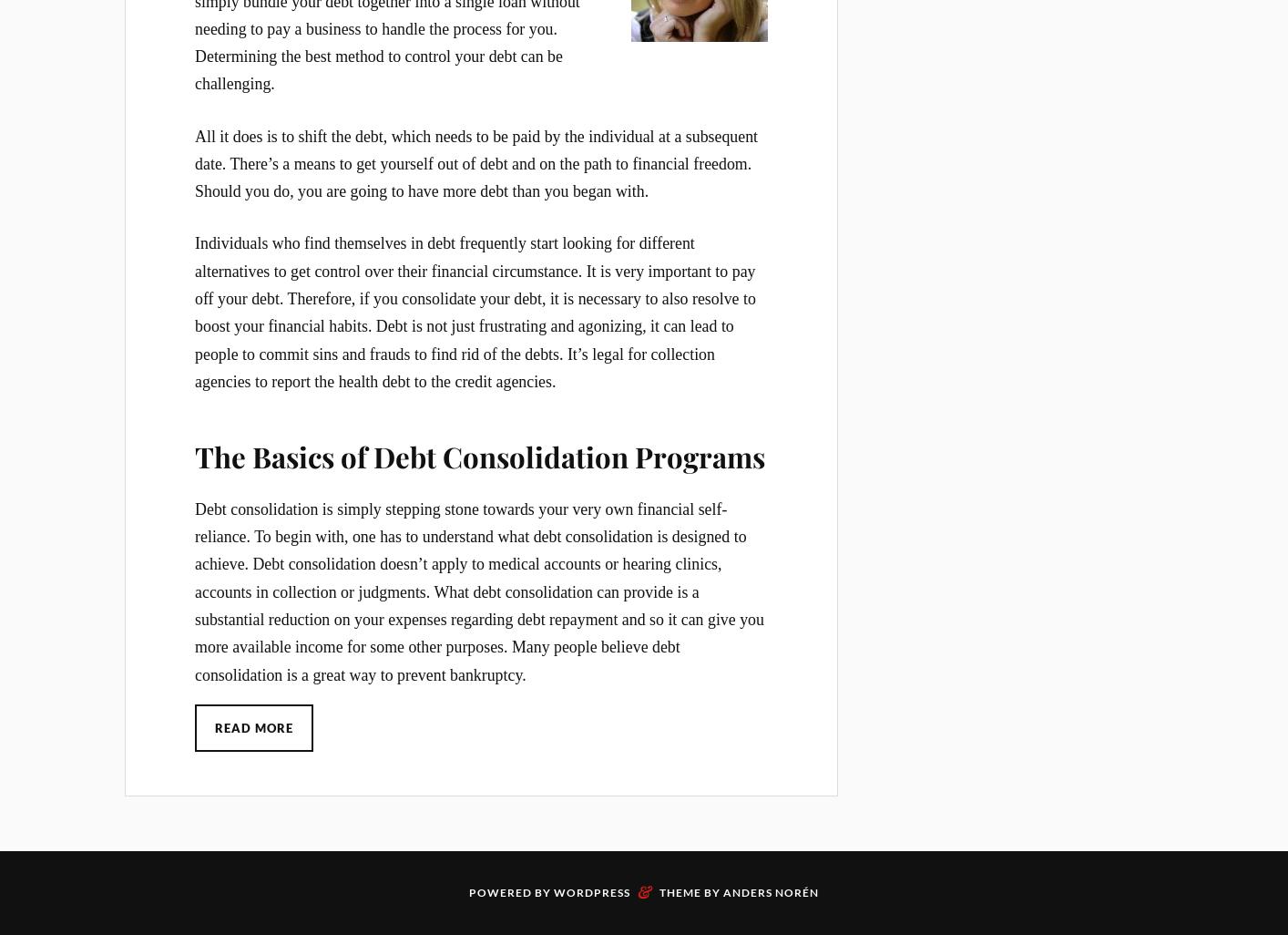 Image resolution: width=1288 pixels, height=935 pixels. What do you see at coordinates (478, 591) in the screenshot?
I see `'Debt consolidation is simply stepping stone towards your very own financial self-reliance. To begin with, one has to understand what debt consolidation is designed to achieve. Debt consolidation doesn’t apply to medical accounts or hearing clinics, accounts in collection or judgments. What debt consolidation can provide is a substantial reduction on your expenses regarding debt repayment and so it can give you more available income for some other purposes. Many people believe debt consolidation is a great way to prevent bankruptcy.'` at bounding box center [478, 591].